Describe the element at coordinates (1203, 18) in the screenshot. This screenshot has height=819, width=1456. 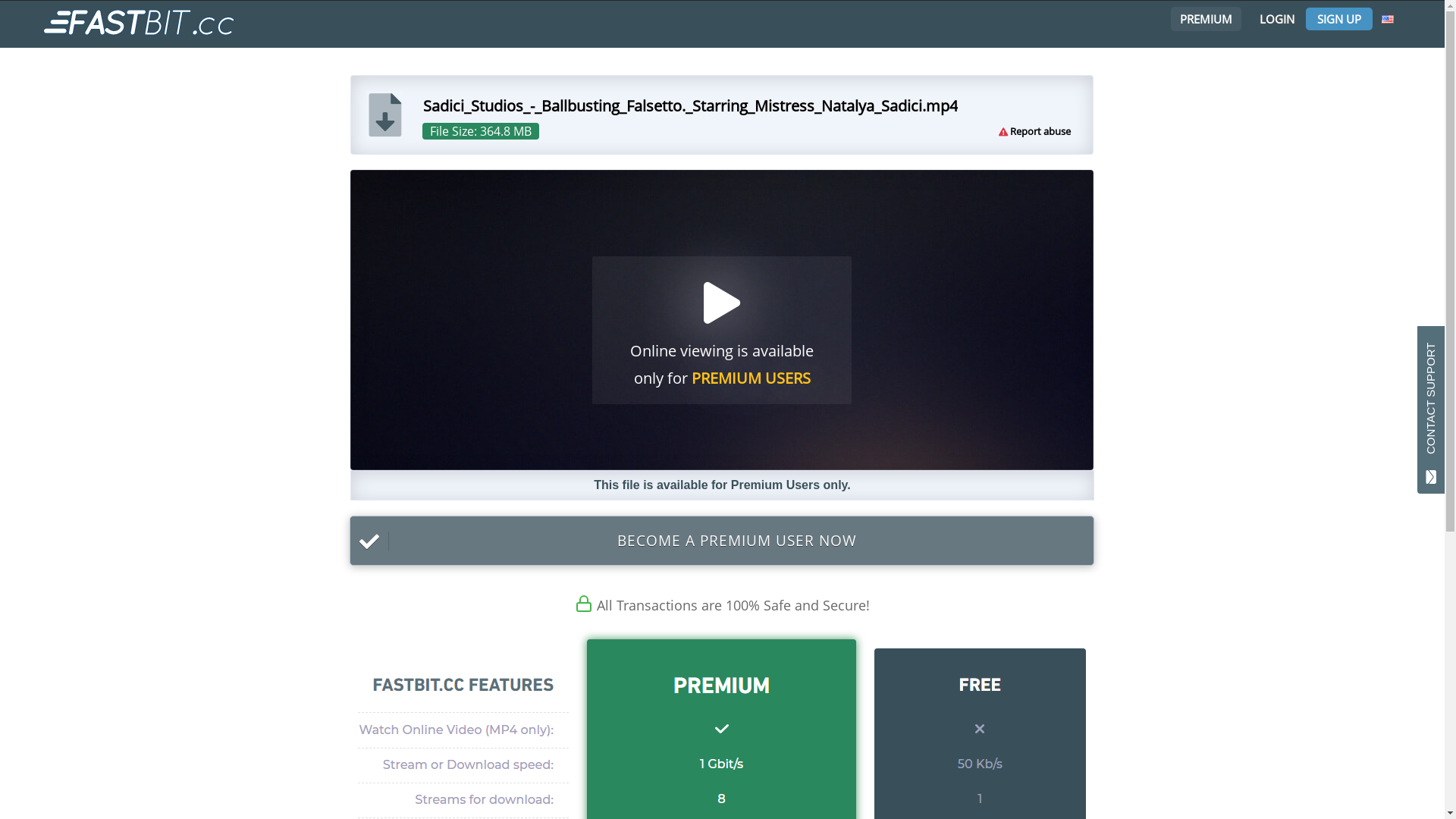
I see `'PREMIUM'` at that location.